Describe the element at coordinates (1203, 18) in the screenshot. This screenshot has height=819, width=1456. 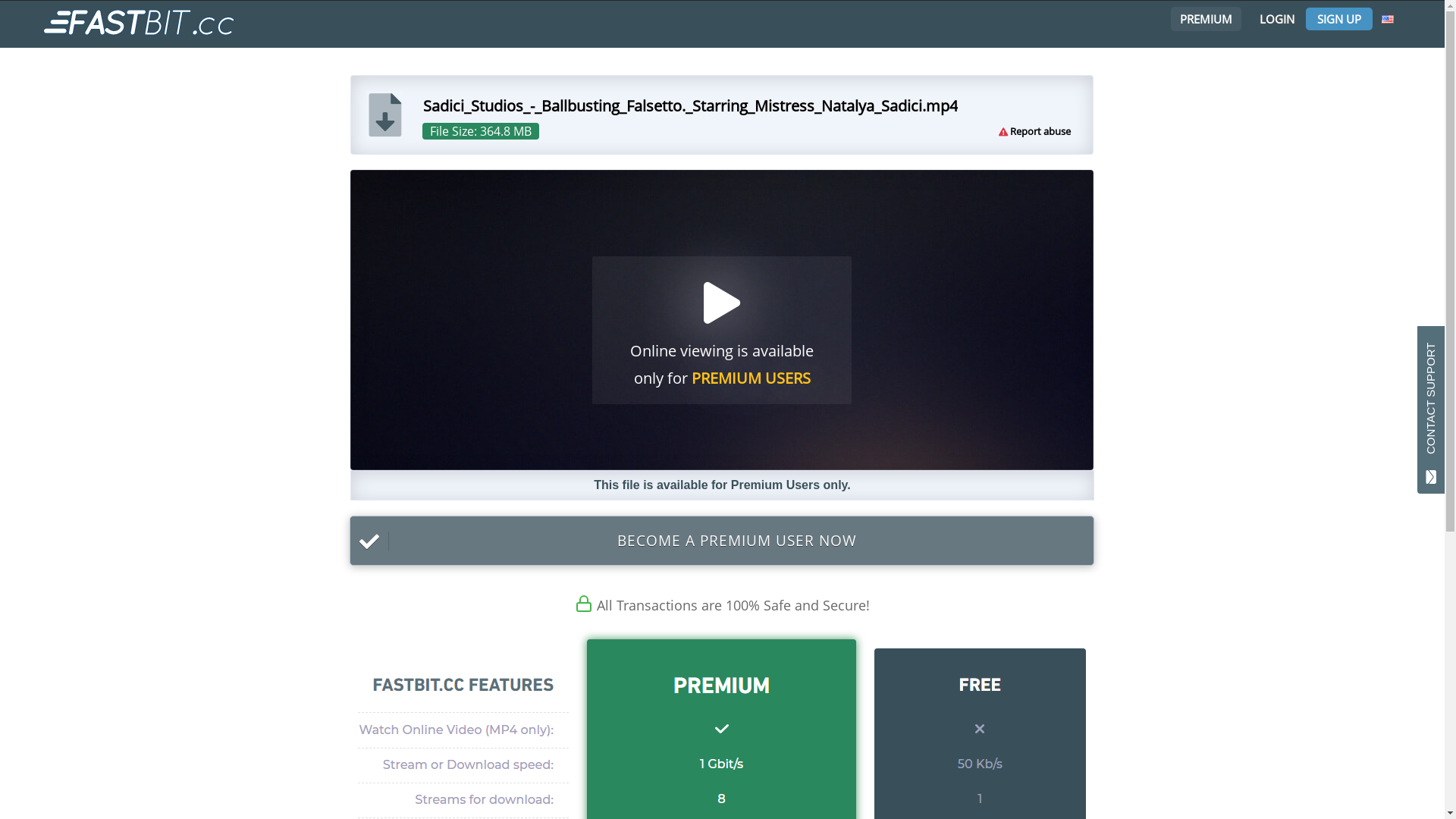
I see `'PREMIUM'` at that location.